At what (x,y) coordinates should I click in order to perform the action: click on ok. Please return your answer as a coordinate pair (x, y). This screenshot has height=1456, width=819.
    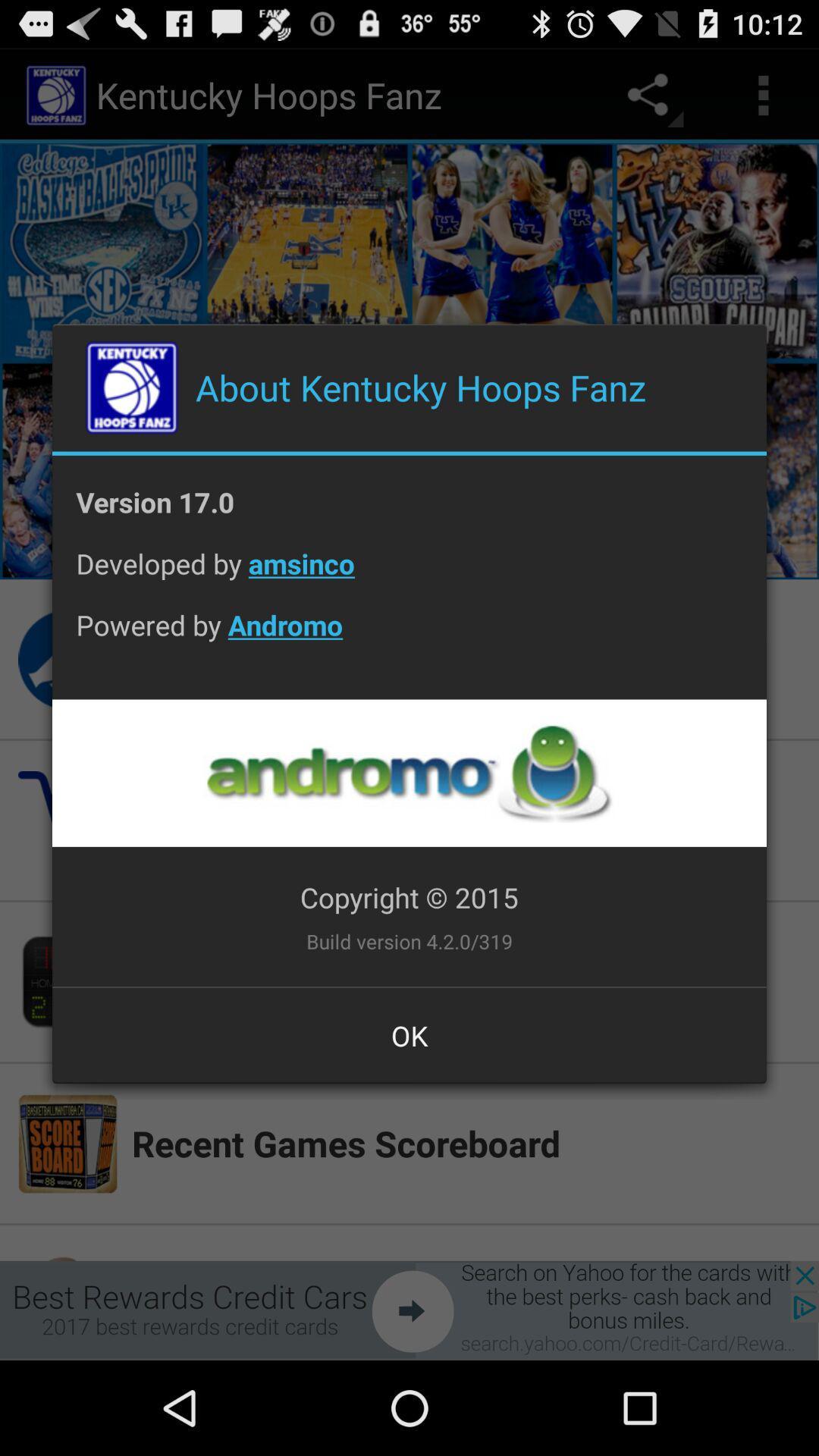
    Looking at the image, I should click on (409, 1034).